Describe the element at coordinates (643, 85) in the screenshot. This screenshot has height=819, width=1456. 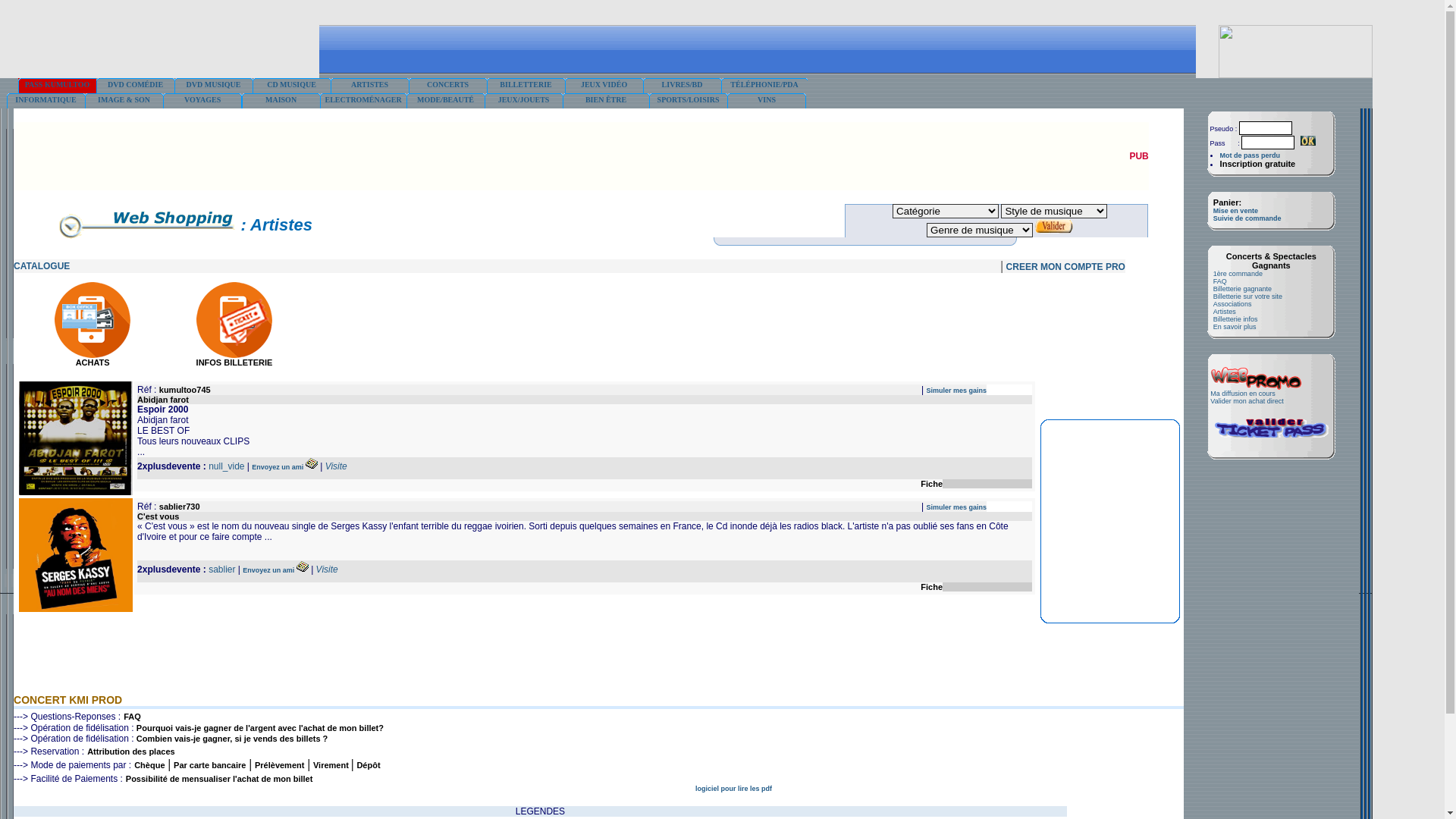
I see `'LIVRES/BD'` at that location.